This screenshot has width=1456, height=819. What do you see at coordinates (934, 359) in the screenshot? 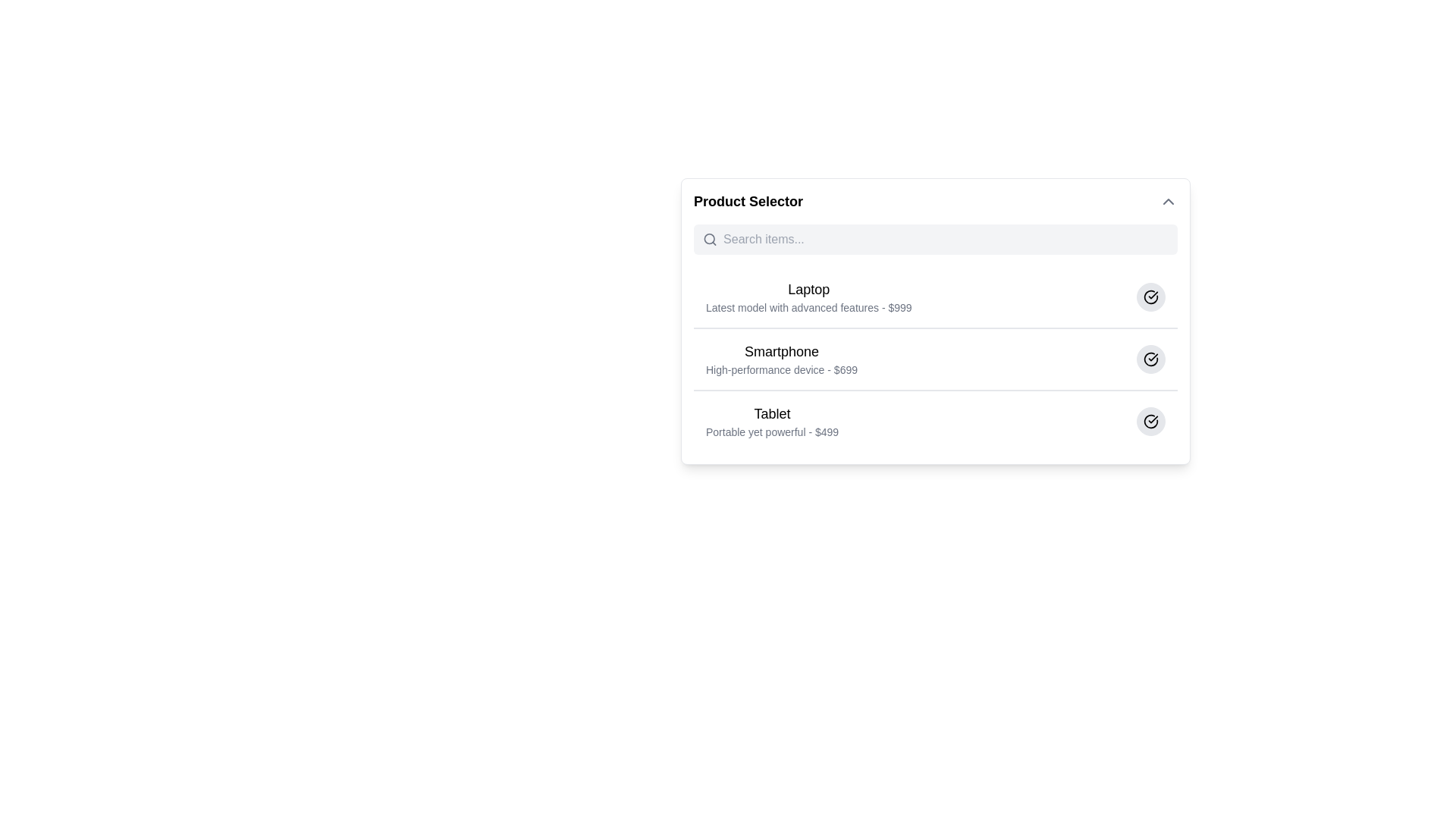
I see `the second item in the 'Product Selector' list, which contains a title, description, and an interactive checkmark button` at bounding box center [934, 359].